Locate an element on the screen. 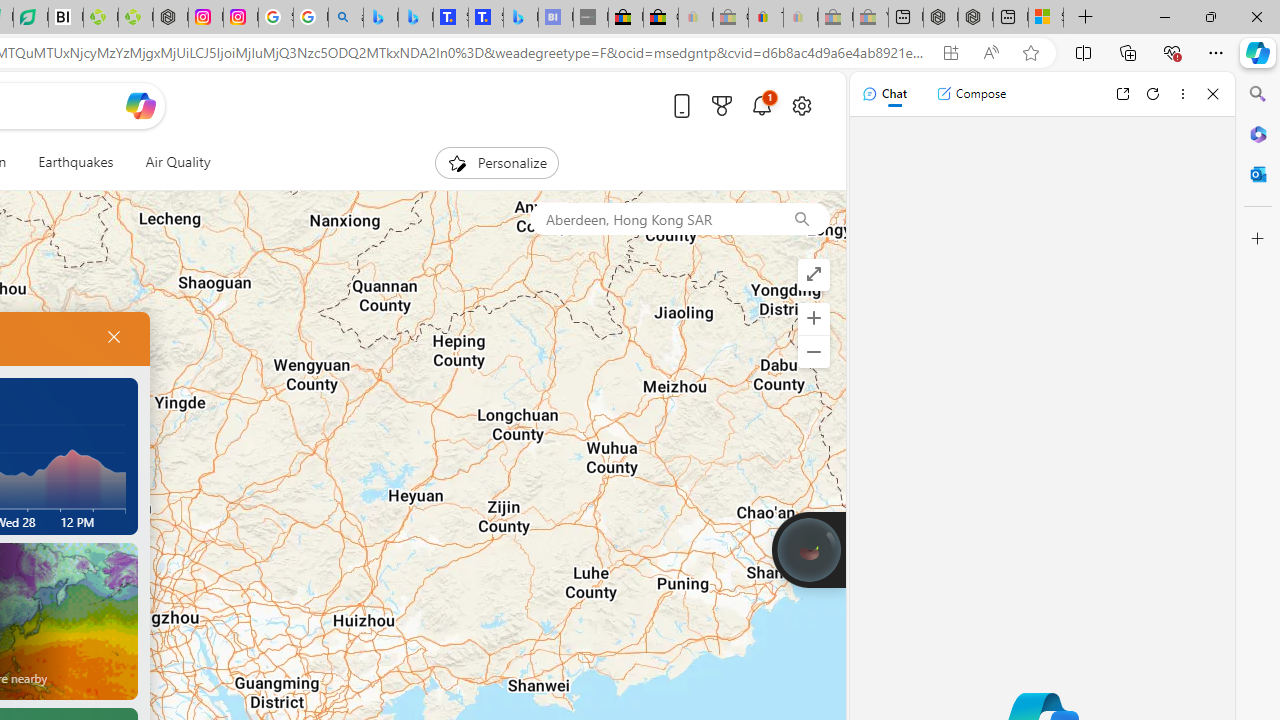 The height and width of the screenshot is (720, 1280). 'Yard, Garden & Outdoor Living - Sleeping' is located at coordinates (871, 17).